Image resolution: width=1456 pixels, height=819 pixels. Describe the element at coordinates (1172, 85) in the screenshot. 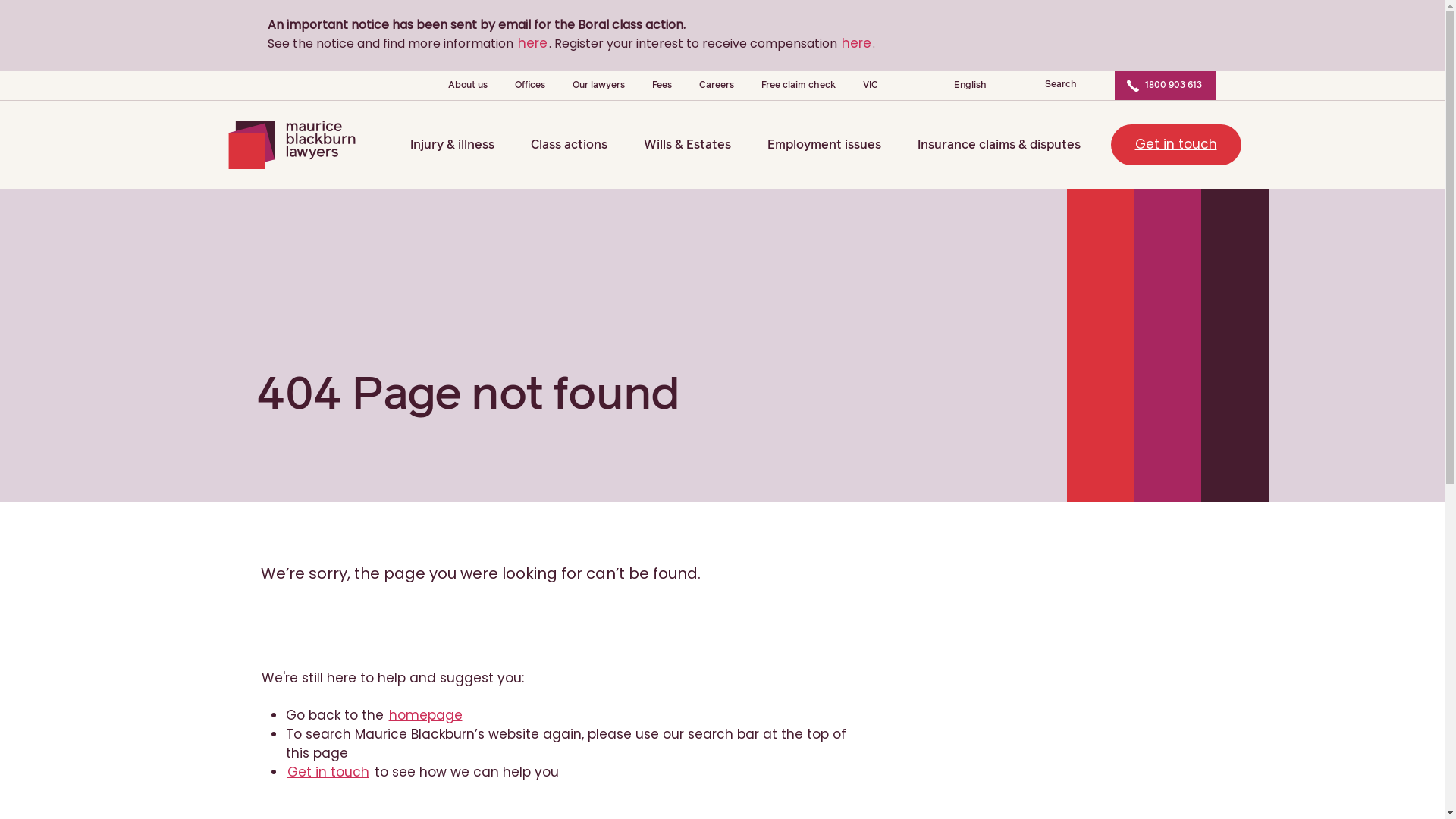

I see `'1800 903 613'` at that location.